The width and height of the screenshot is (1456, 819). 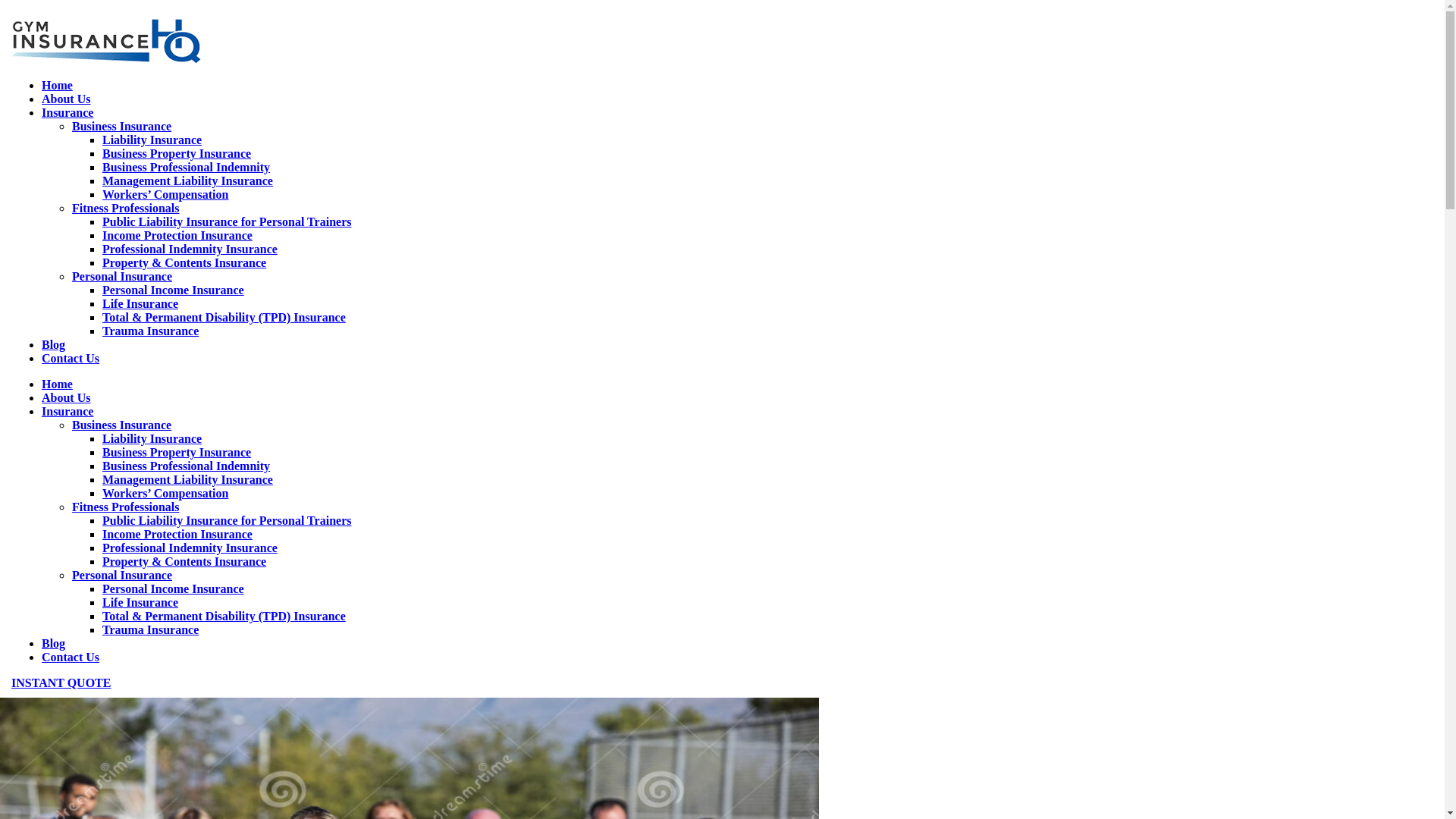 What do you see at coordinates (53, 344) in the screenshot?
I see `'Blog'` at bounding box center [53, 344].